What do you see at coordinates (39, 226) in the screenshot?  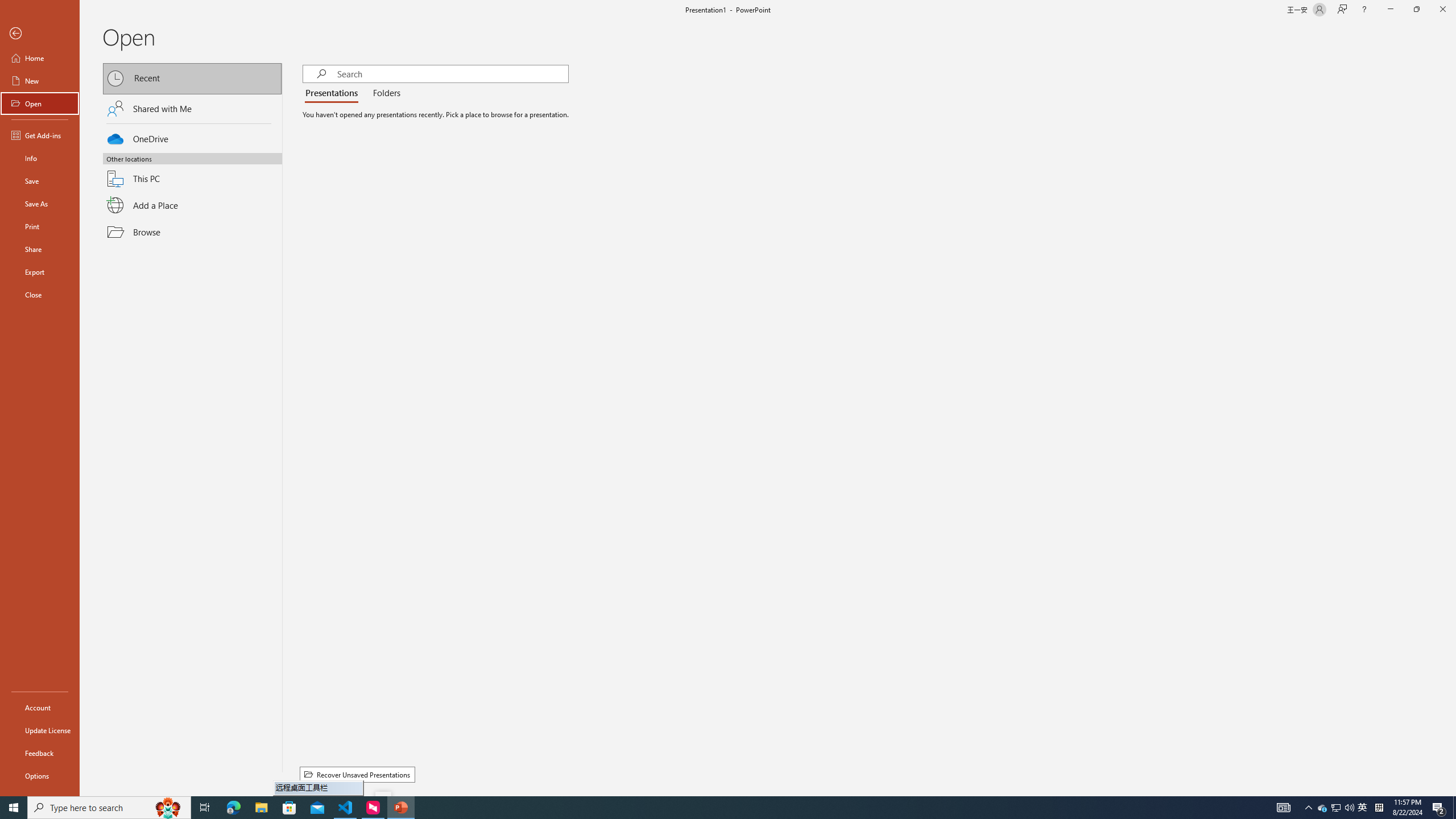 I see `'Print'` at bounding box center [39, 226].